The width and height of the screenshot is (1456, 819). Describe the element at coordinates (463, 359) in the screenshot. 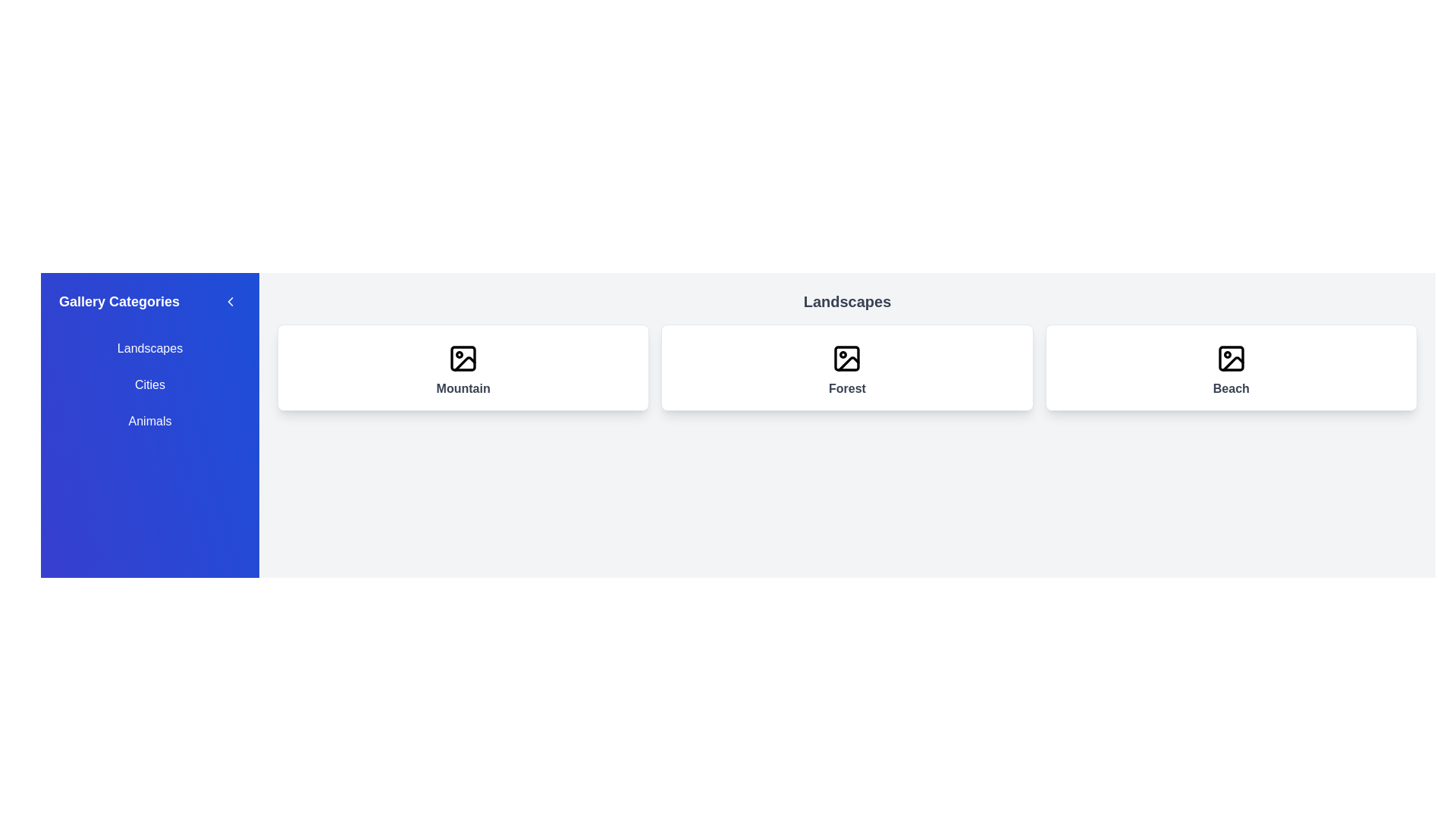

I see `the 'Mountain' SVG icon which represents the landscape category, centered within the first card of three cards in a horizontal row` at that location.